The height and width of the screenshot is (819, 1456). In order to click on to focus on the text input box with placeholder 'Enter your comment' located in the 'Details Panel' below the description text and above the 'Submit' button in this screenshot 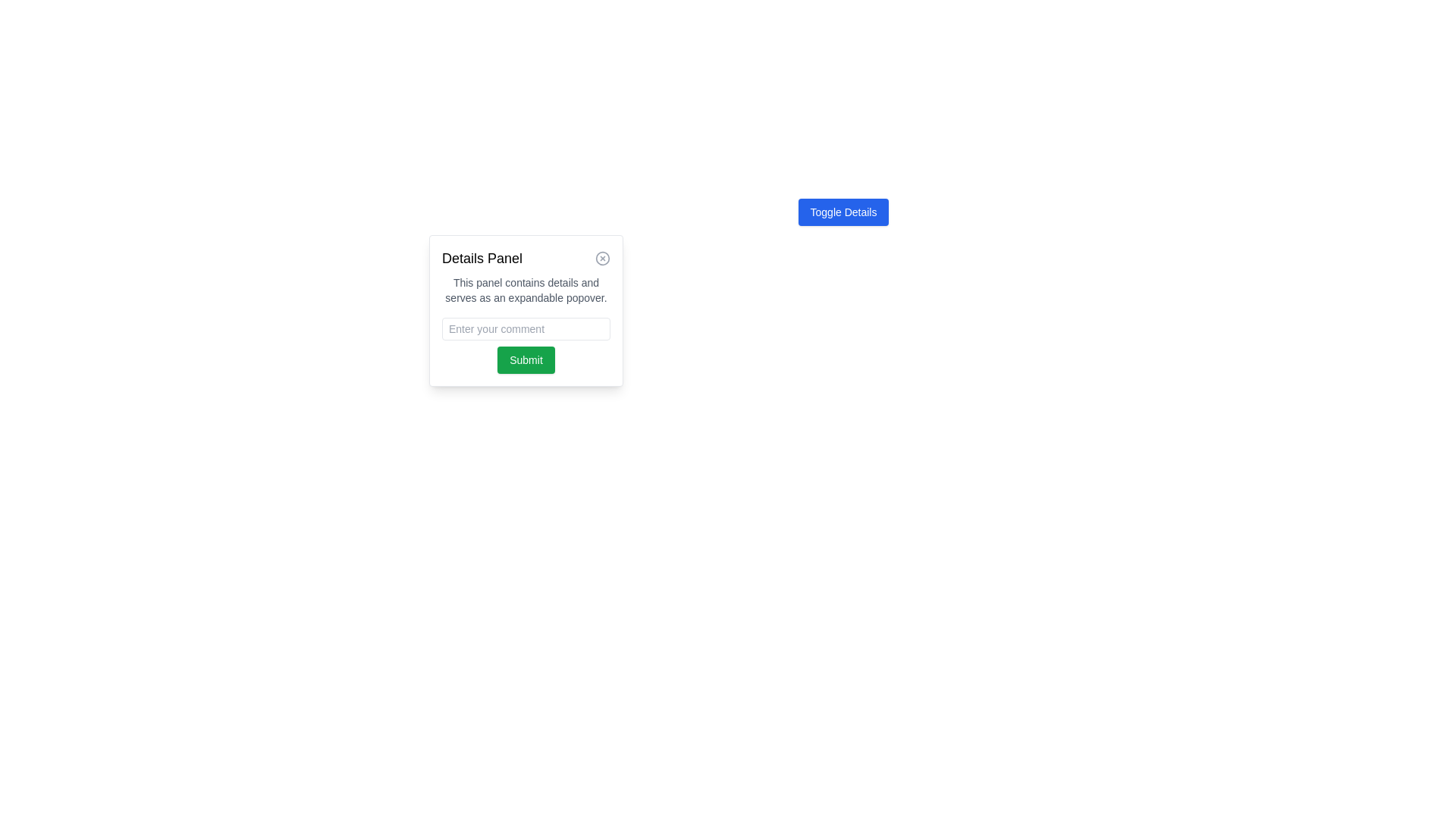, I will do `click(526, 328)`.